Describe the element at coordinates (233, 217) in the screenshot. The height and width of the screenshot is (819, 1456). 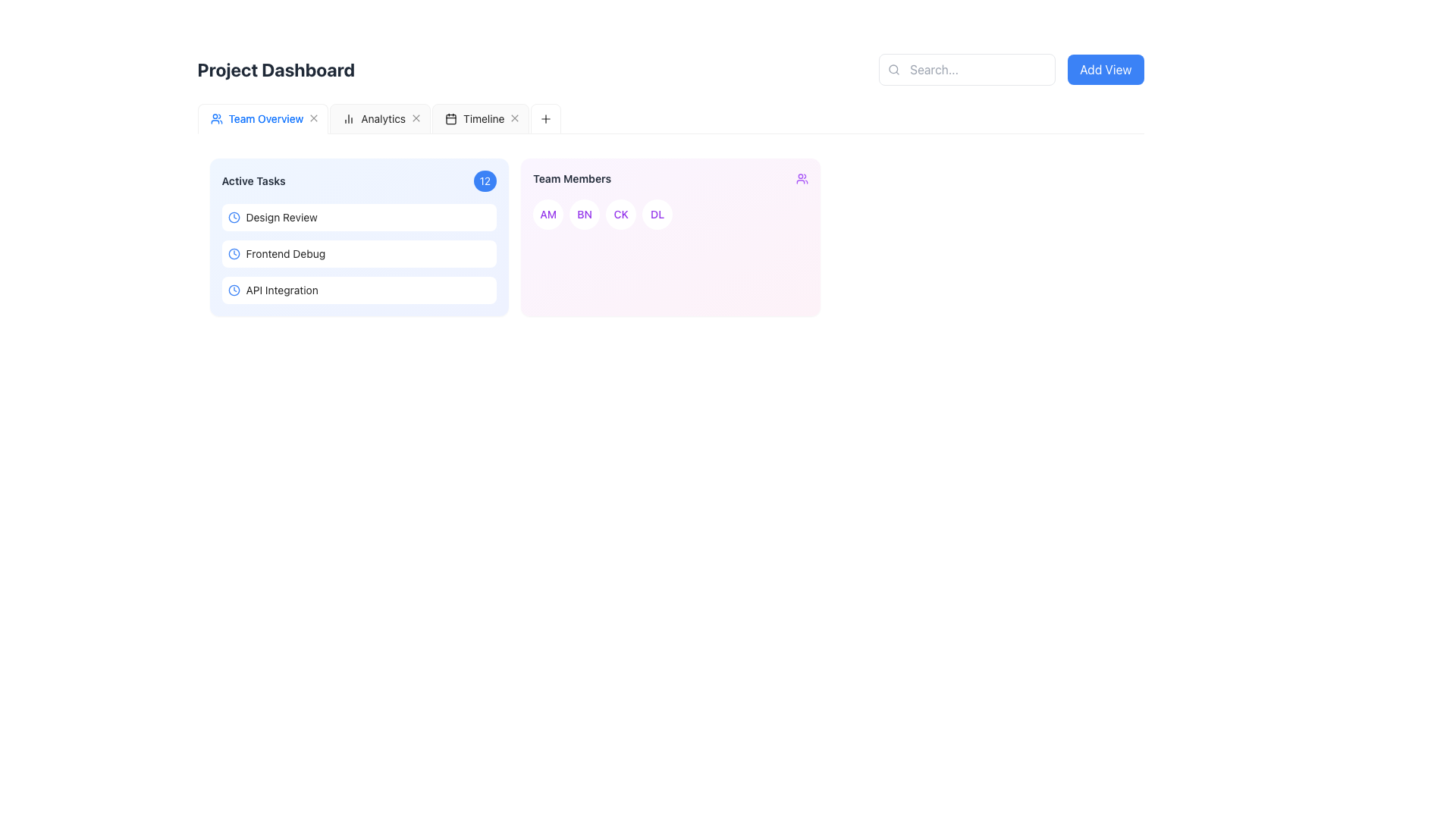
I see `the circular portion of the SVG clock icon located in the 'Active Tasks' section, which is adjacent to 'Frontend Debug' and 'API Integration' within the blue background card` at that location.